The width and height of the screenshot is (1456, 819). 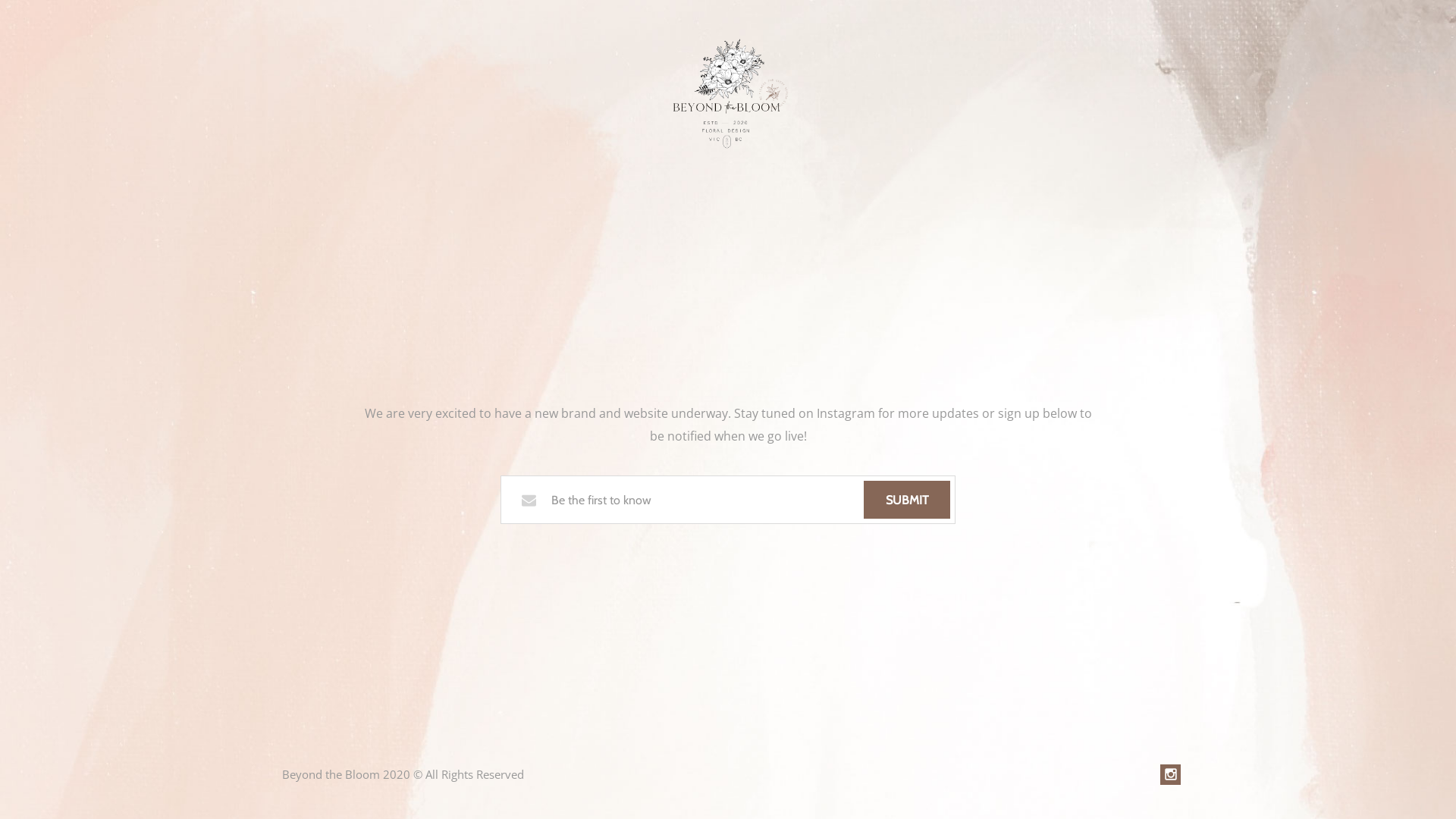 What do you see at coordinates (906, 500) in the screenshot?
I see `'SUBMIT'` at bounding box center [906, 500].